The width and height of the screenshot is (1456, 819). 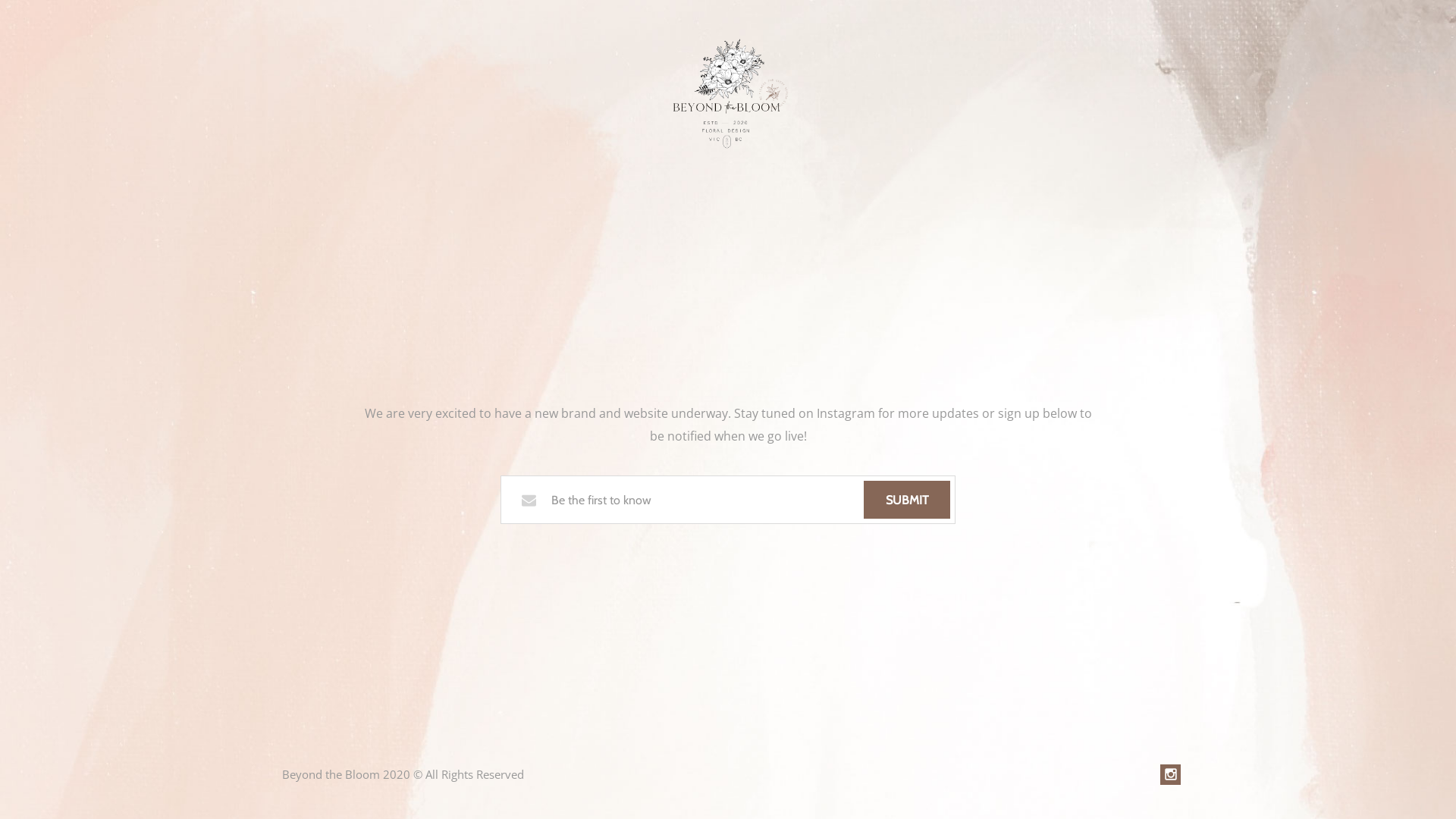 What do you see at coordinates (906, 500) in the screenshot?
I see `'SUBMIT'` at bounding box center [906, 500].